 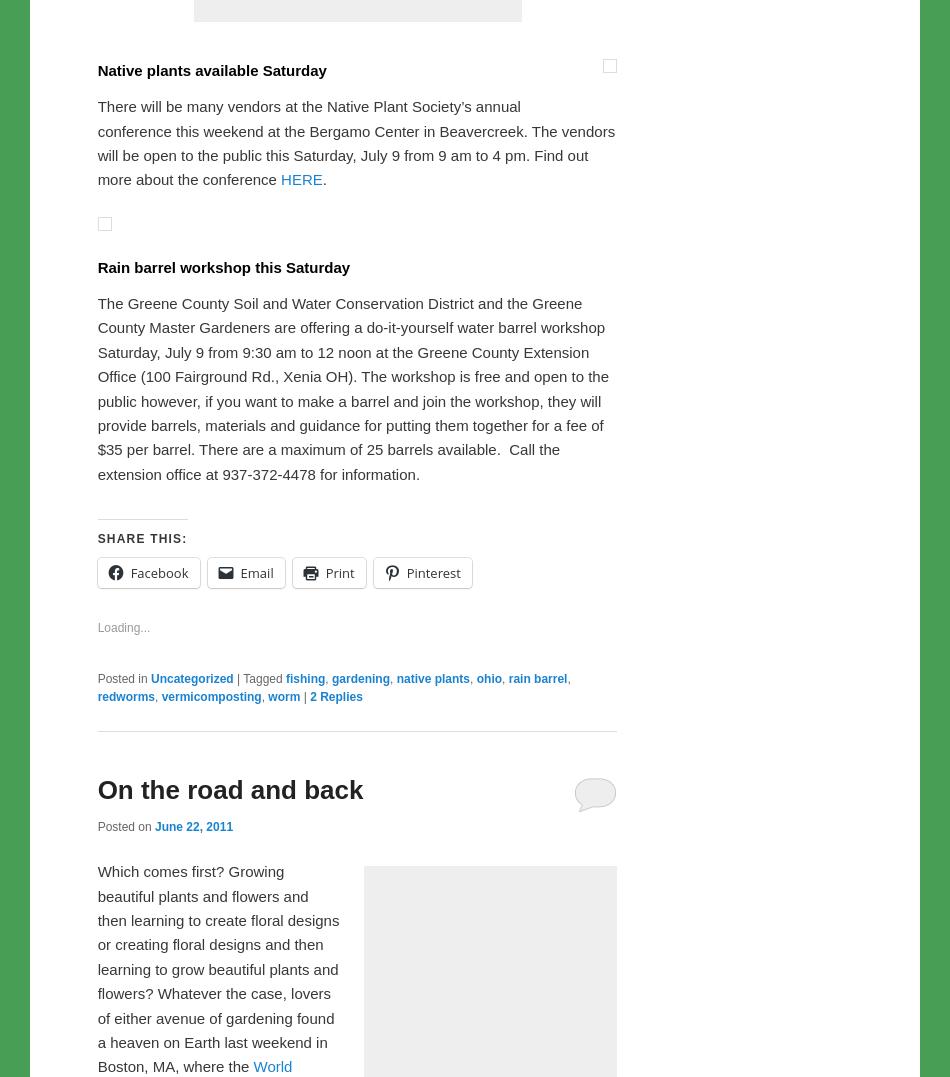 What do you see at coordinates (255, 992) in the screenshot?
I see `'Email'` at bounding box center [255, 992].